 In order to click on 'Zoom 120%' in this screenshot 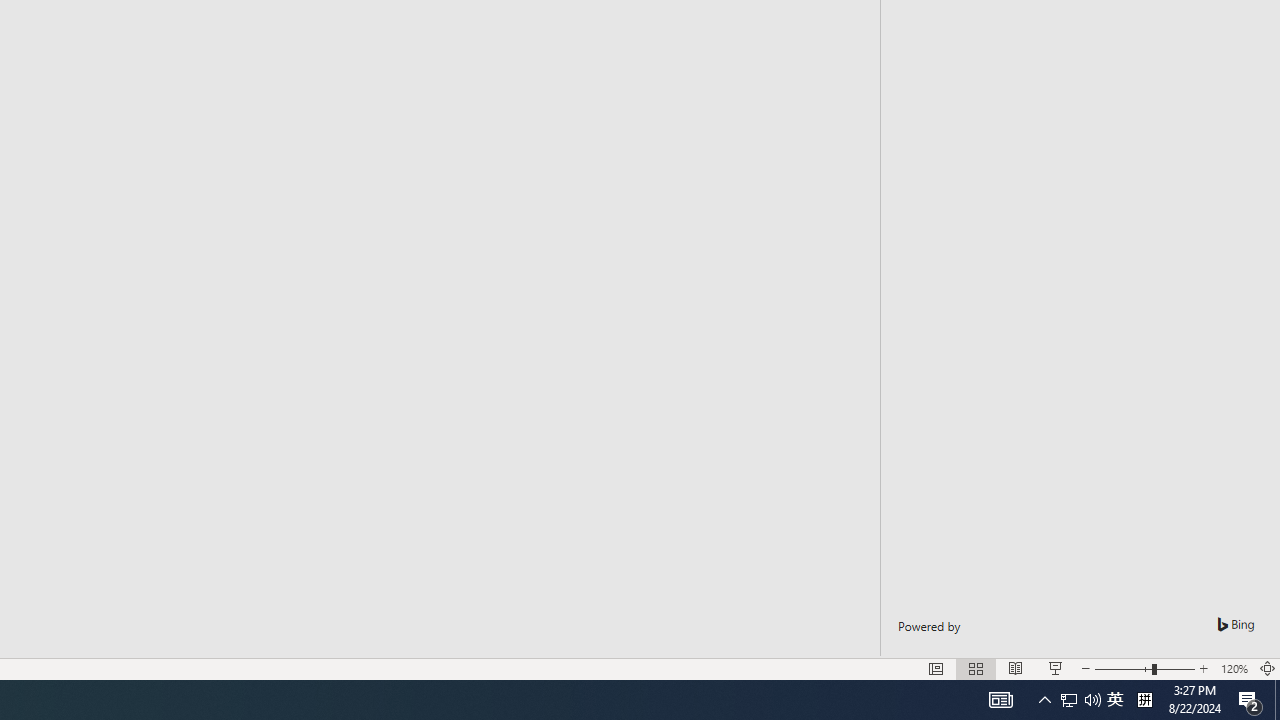, I will do `click(1233, 669)`.